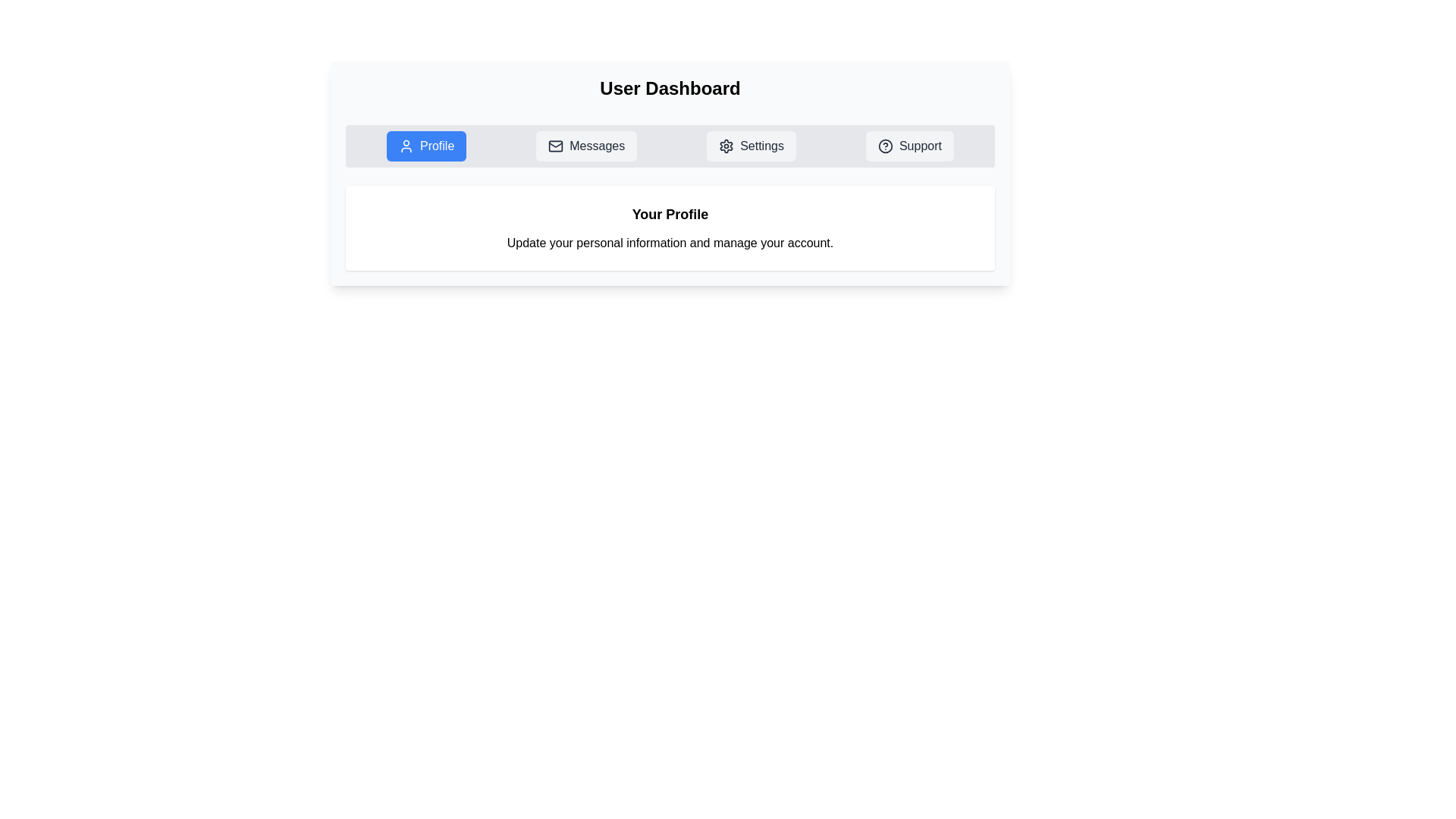  I want to click on the circular outline icon located within the 'Support' button in the navigation bar, so click(885, 146).